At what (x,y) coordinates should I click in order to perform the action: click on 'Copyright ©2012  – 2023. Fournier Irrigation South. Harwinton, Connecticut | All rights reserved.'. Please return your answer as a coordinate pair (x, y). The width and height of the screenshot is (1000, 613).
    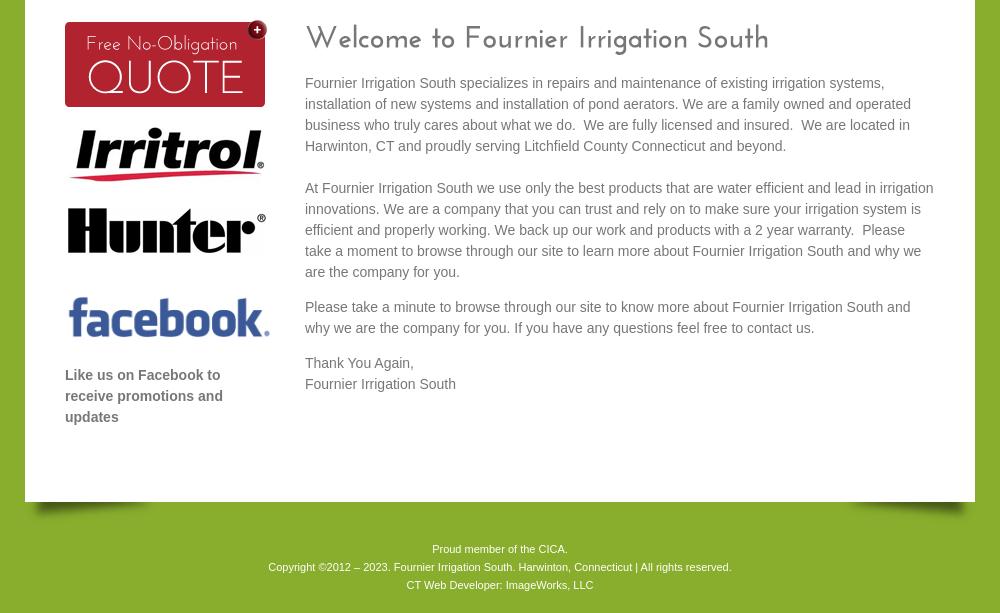
    Looking at the image, I should click on (498, 566).